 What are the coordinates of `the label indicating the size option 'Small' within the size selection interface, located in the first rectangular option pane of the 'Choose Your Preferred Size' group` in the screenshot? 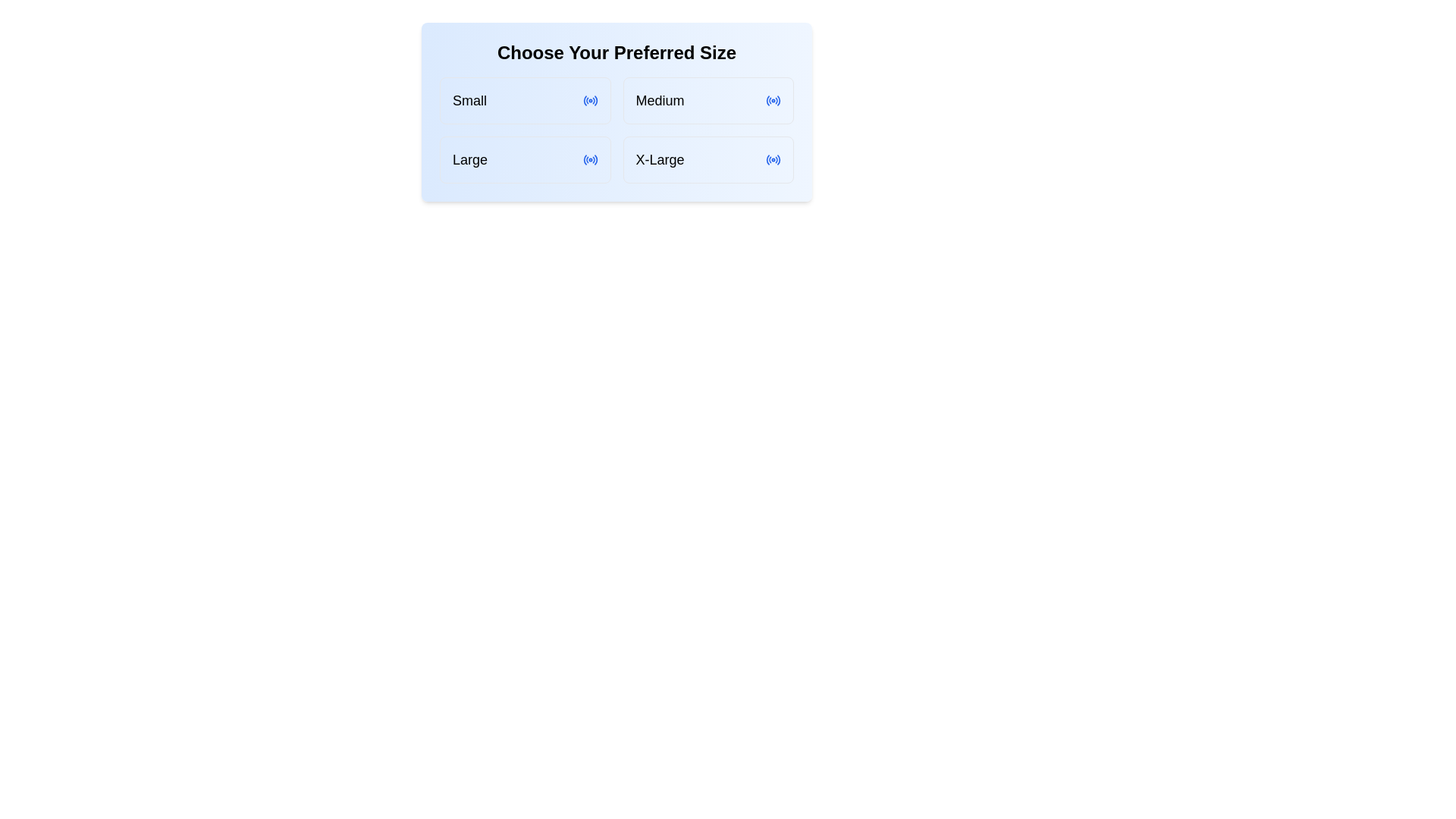 It's located at (469, 100).